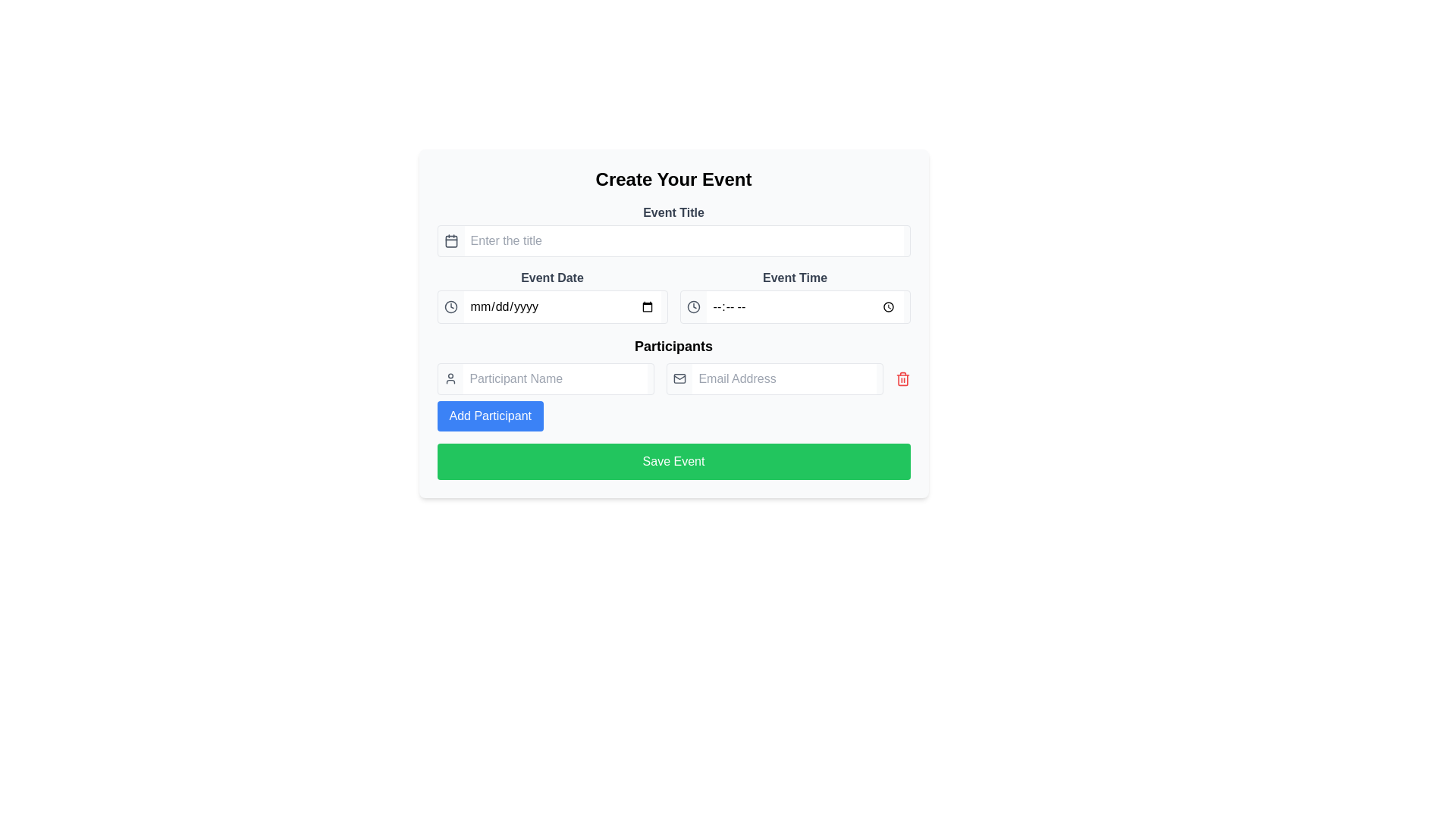 The width and height of the screenshot is (1456, 819). What do you see at coordinates (450, 240) in the screenshot?
I see `the calendar icon element located in the upper-left corner of the main form interface, which serves as a primary visual component for event scheduling` at bounding box center [450, 240].